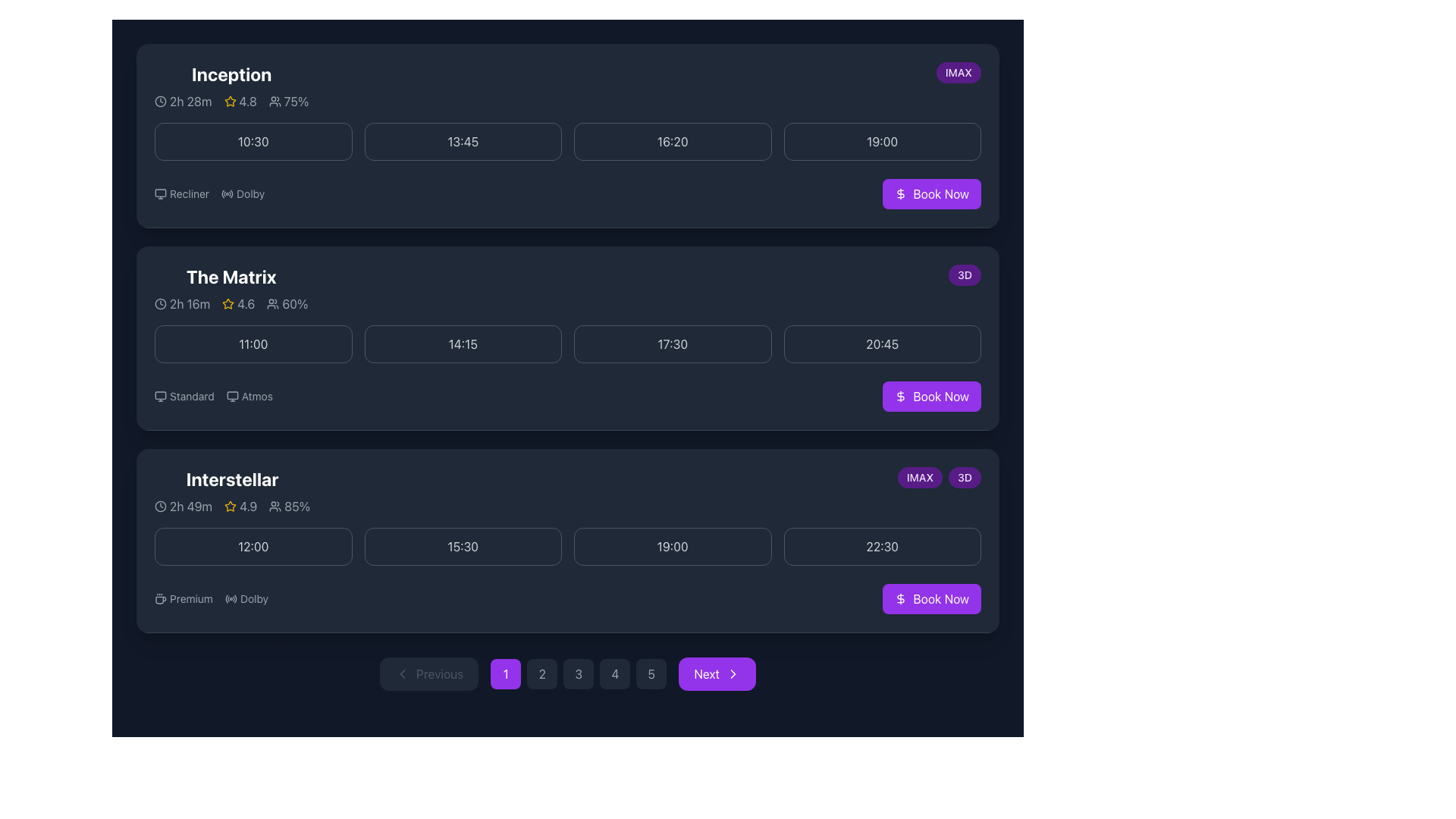 The height and width of the screenshot is (819, 1456). I want to click on the square-shaped button with a dark gray background and the number '3', so click(578, 673).